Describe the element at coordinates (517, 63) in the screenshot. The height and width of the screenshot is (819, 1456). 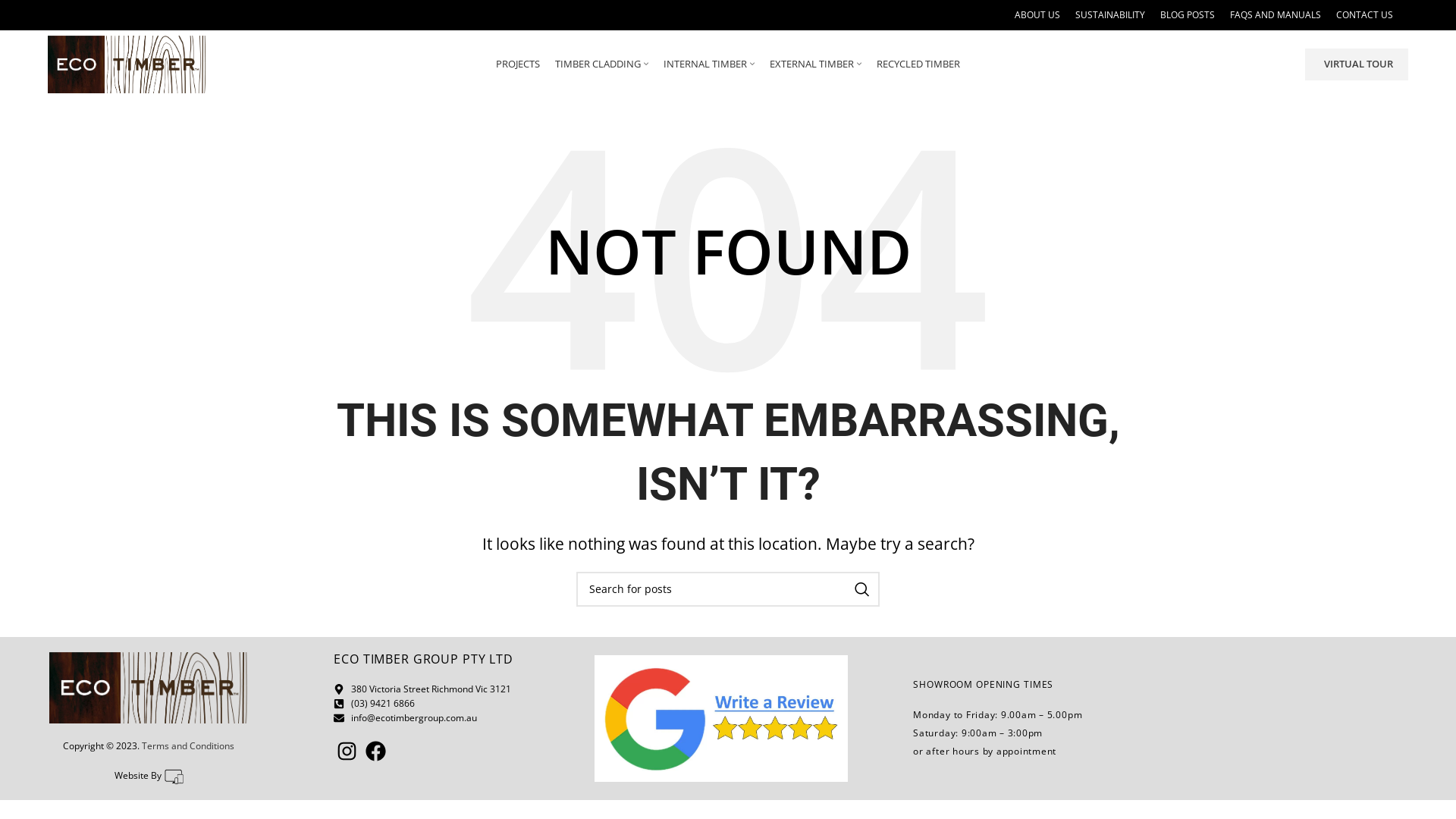
I see `'PROJECTS'` at that location.